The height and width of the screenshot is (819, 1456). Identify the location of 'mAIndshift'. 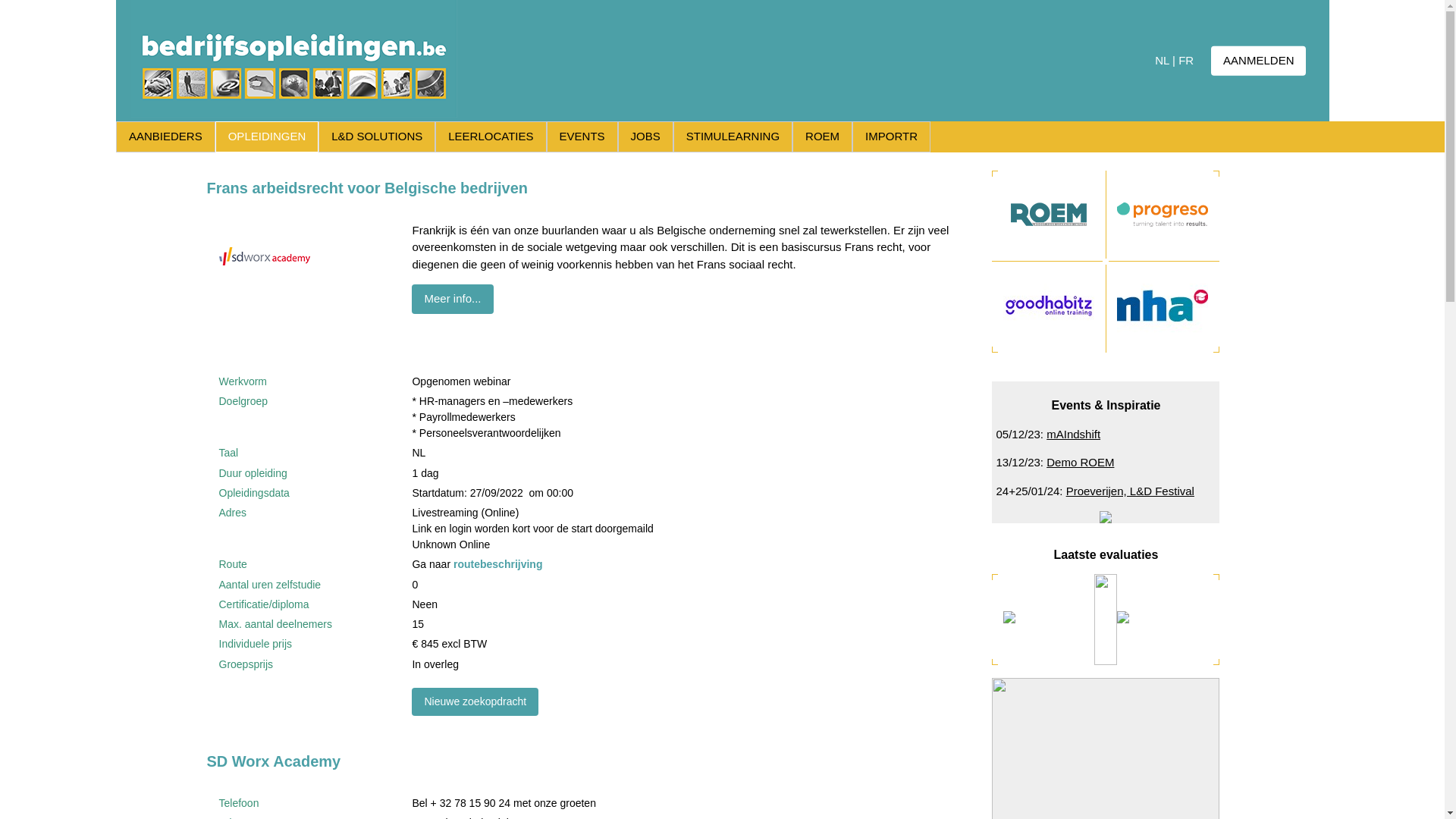
(1072, 434).